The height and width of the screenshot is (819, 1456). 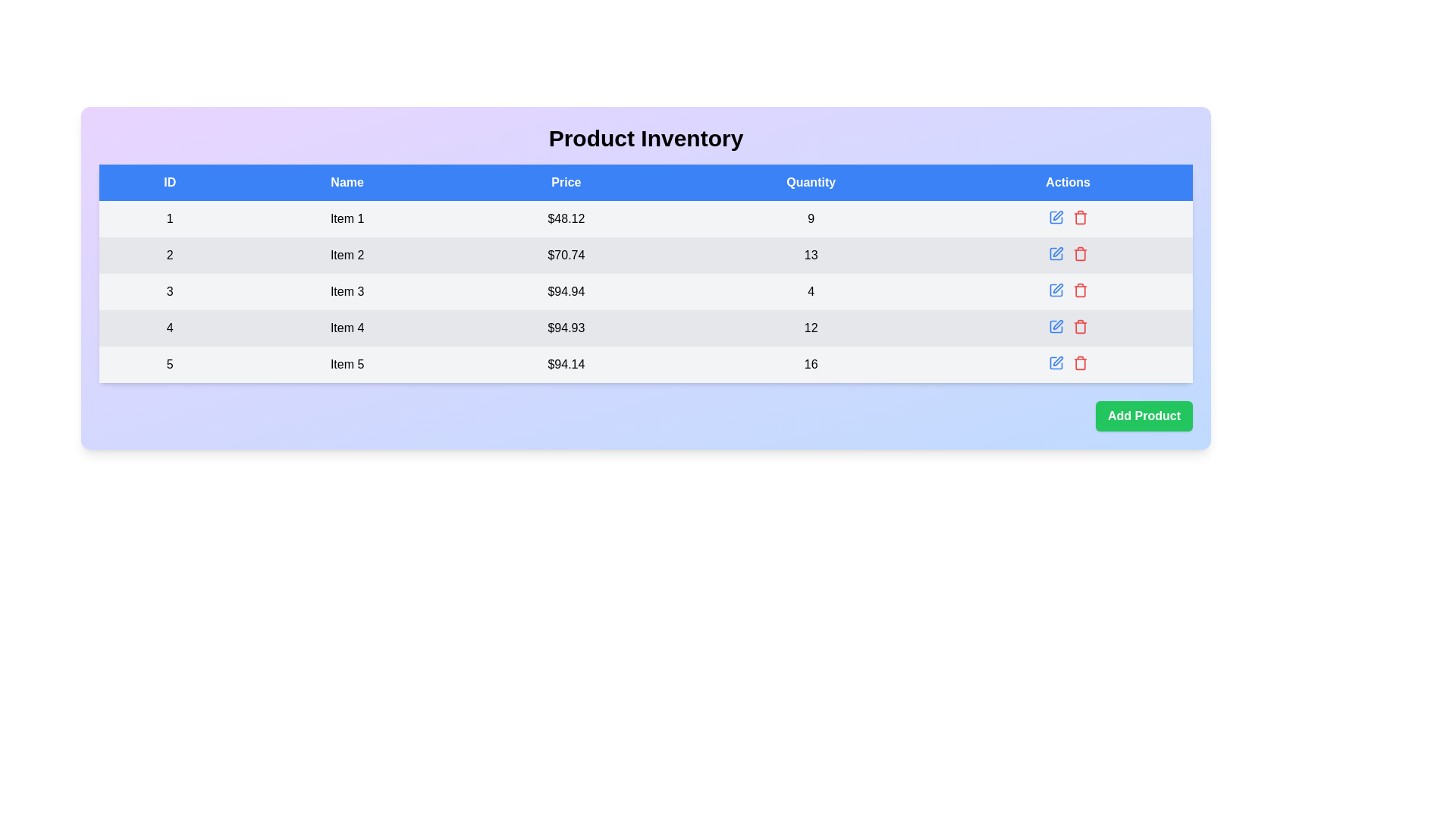 I want to click on the static label text indicating the 'Price' column in the table header, which is the third item from the left after 'ID' and 'Name', so click(x=565, y=181).